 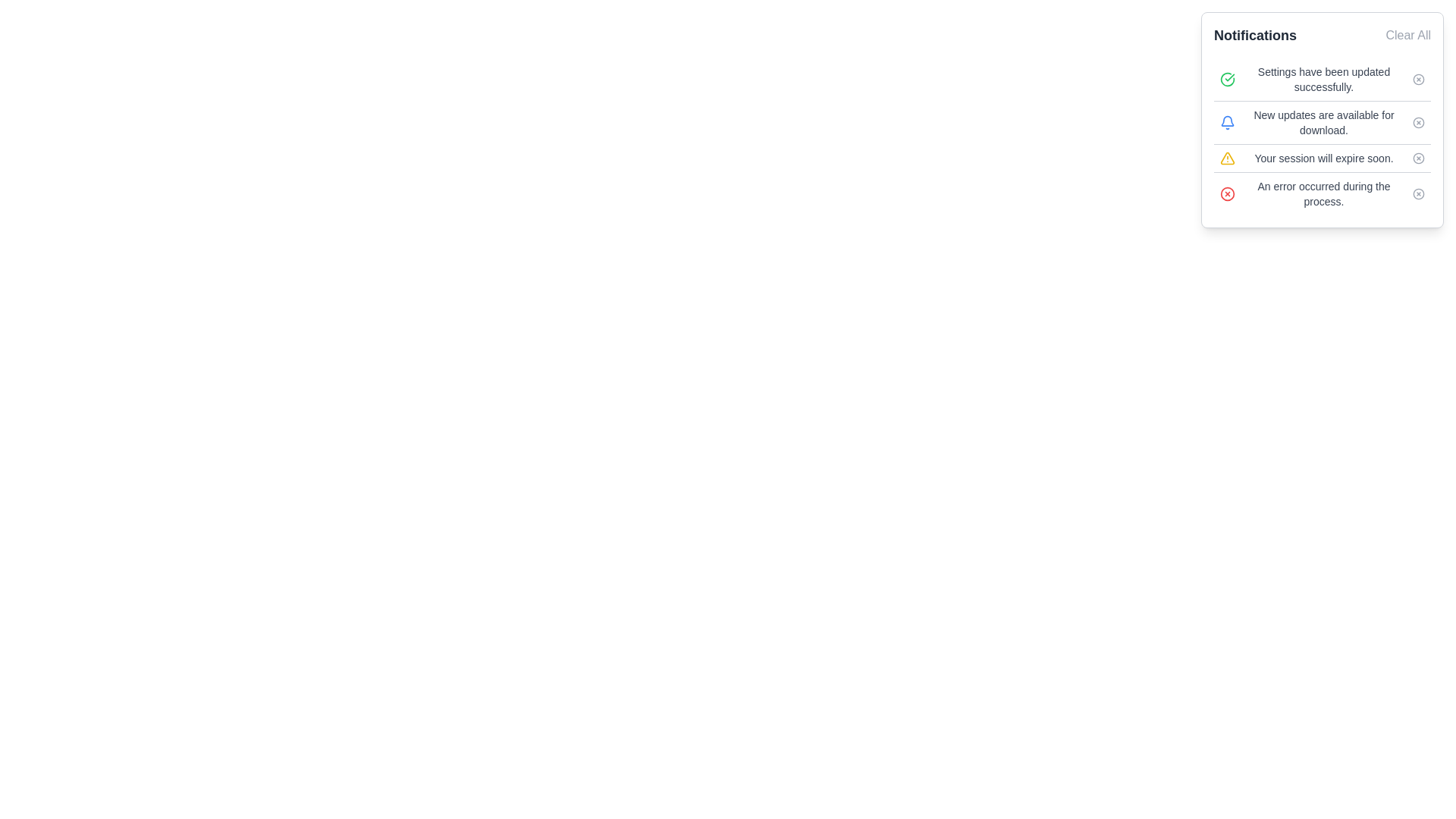 I want to click on the warning icon that signifies a notification for 'Your session will expire soon', located in the third notification item, to the left of the corresponding text, so click(x=1227, y=158).